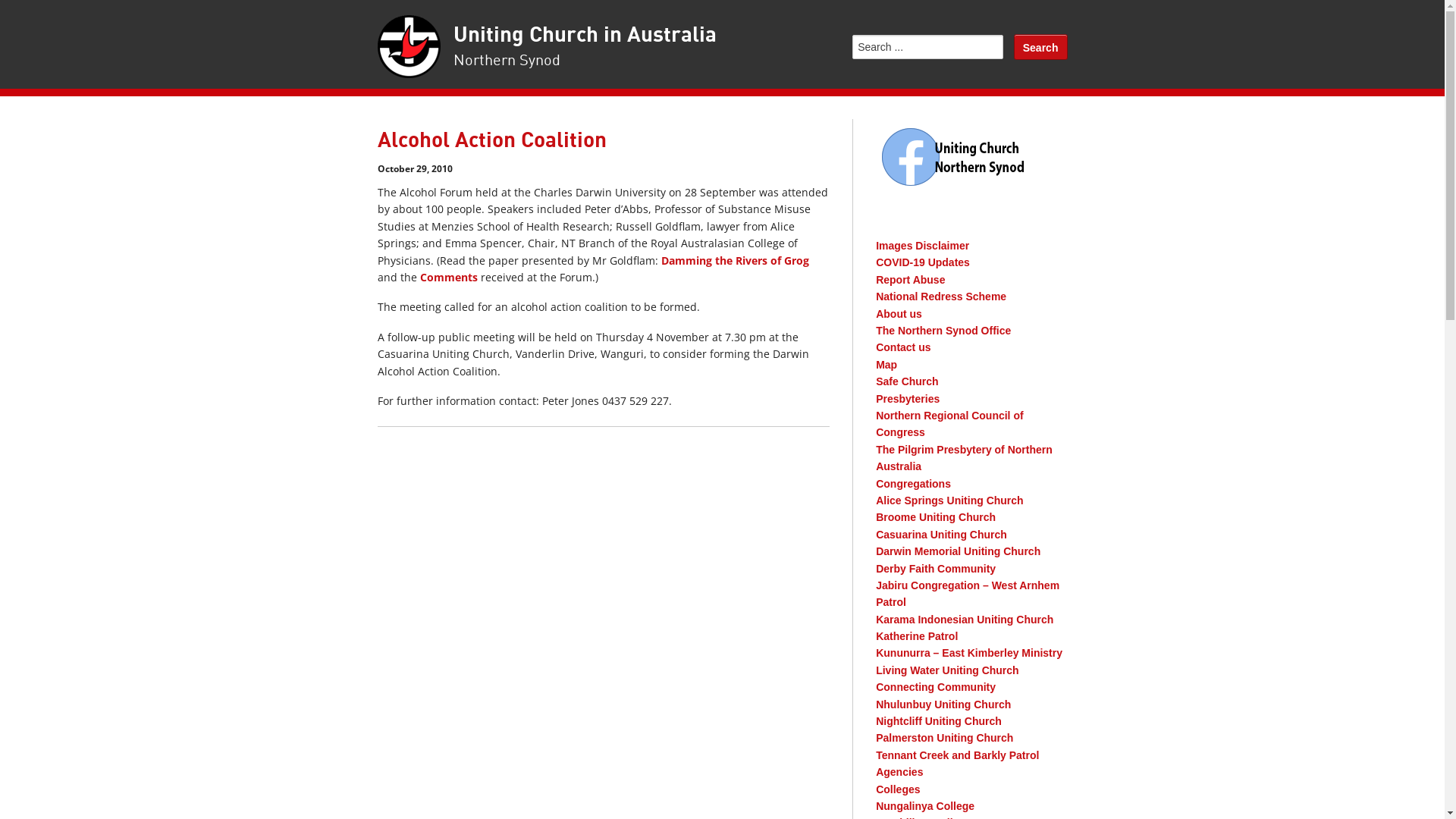 This screenshot has height=819, width=1456. I want to click on 'Nungalinya College', so click(924, 805).